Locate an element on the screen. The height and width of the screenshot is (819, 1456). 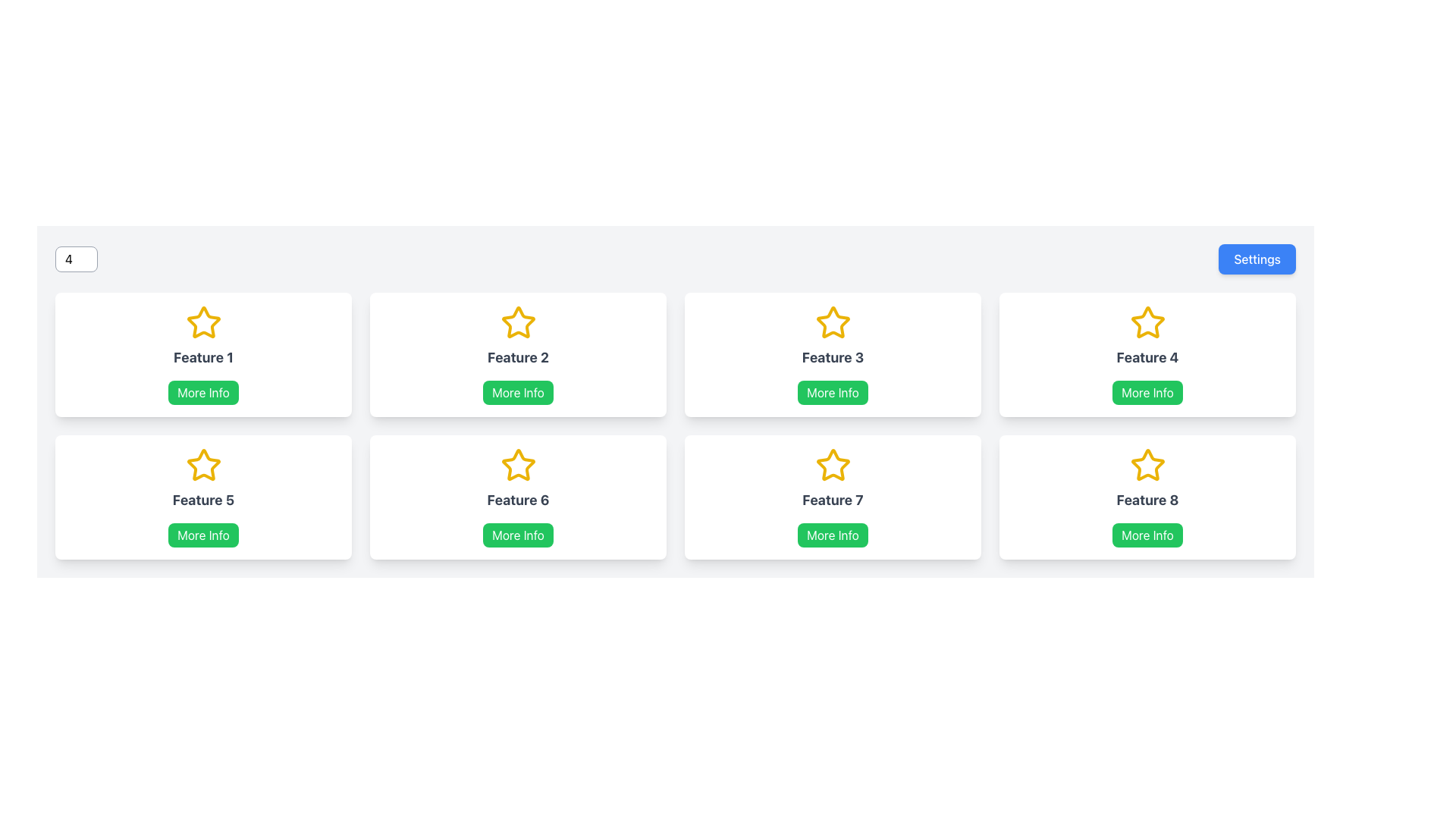
the 'More Info' button with a green background and white text located below the 'Feature 2' heading is located at coordinates (518, 391).